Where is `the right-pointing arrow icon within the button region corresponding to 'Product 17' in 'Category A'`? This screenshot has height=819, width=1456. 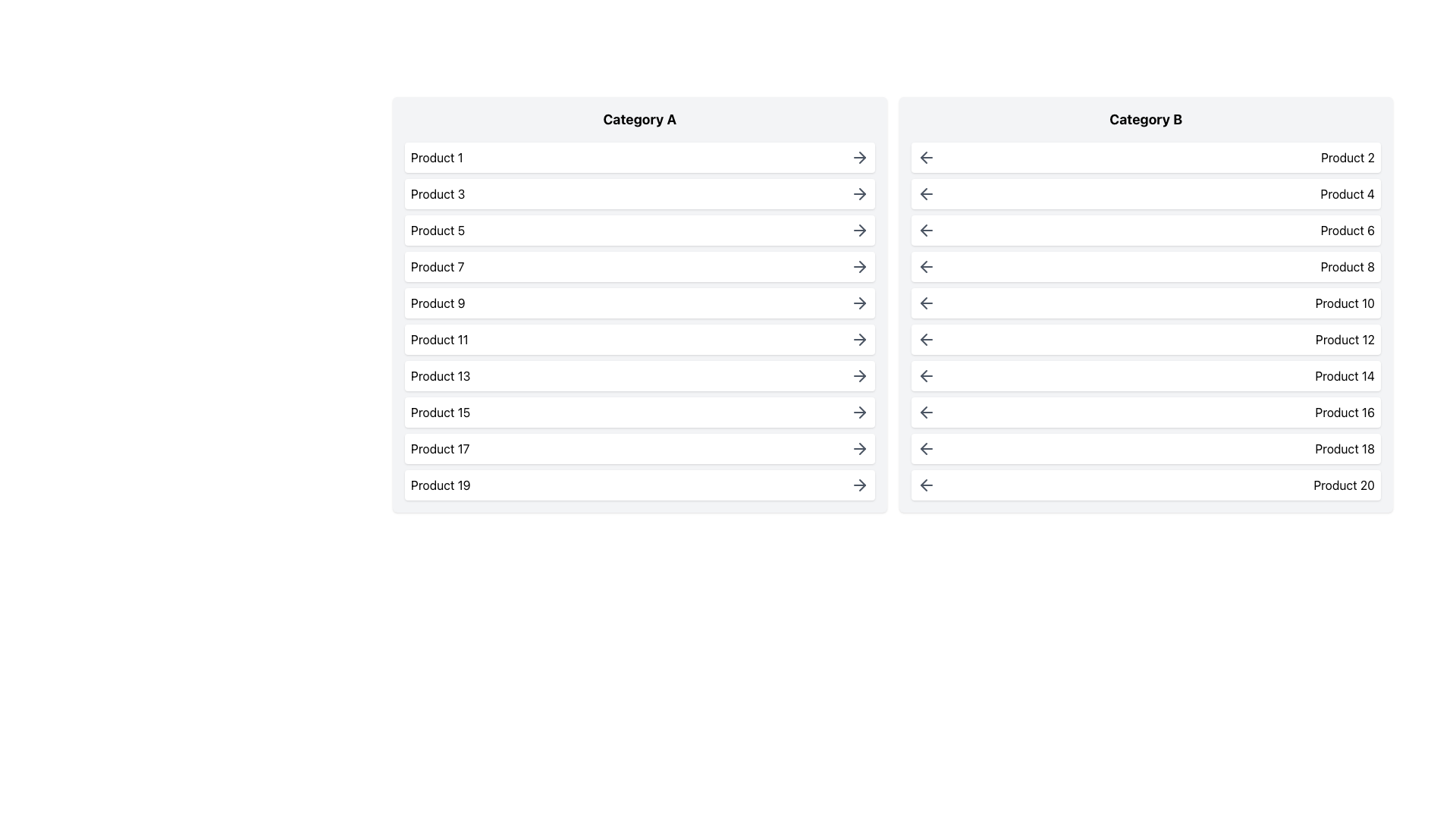
the right-pointing arrow icon within the button region corresponding to 'Product 17' in 'Category A' is located at coordinates (862, 447).